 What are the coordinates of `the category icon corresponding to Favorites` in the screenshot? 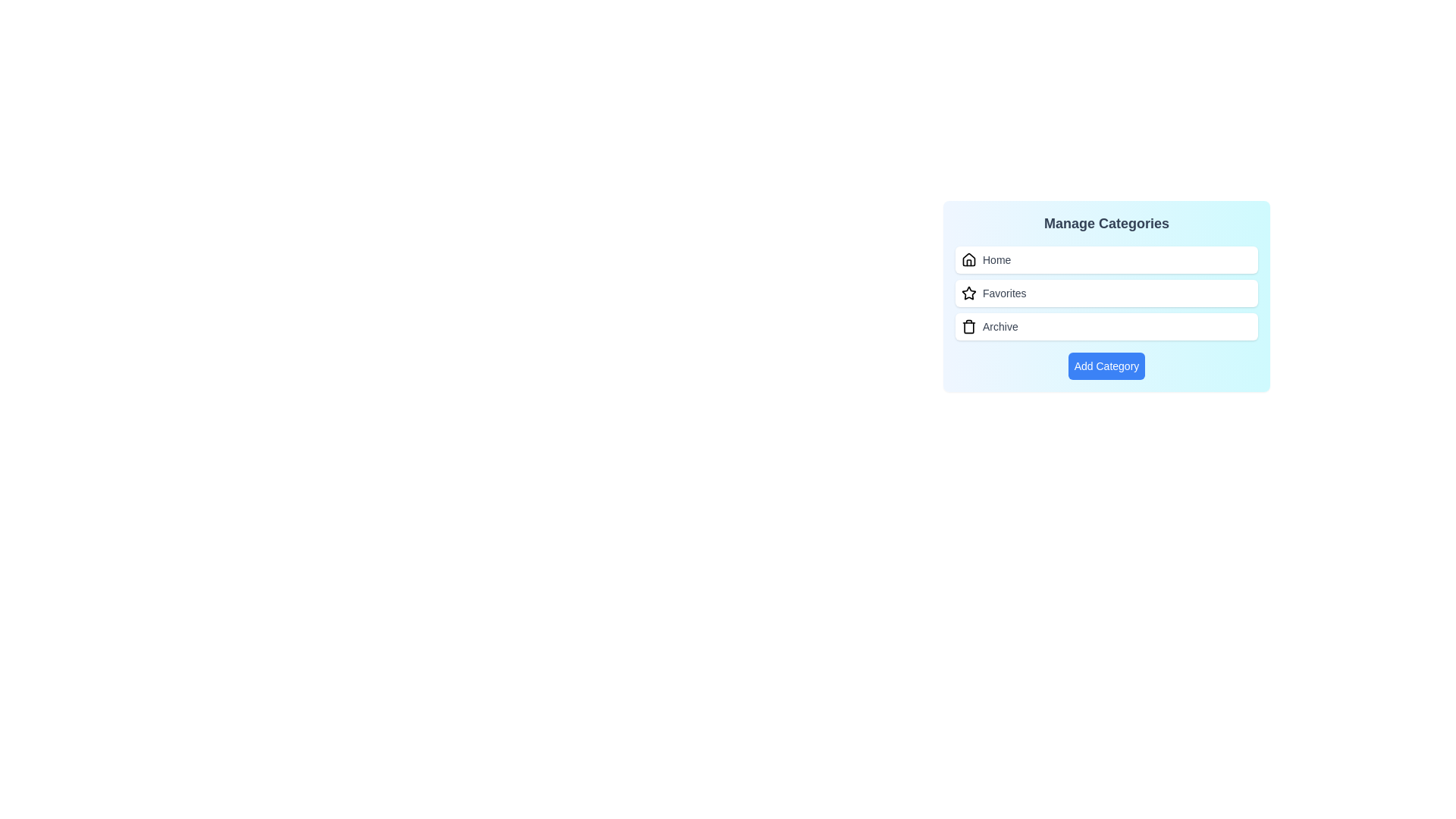 It's located at (968, 293).